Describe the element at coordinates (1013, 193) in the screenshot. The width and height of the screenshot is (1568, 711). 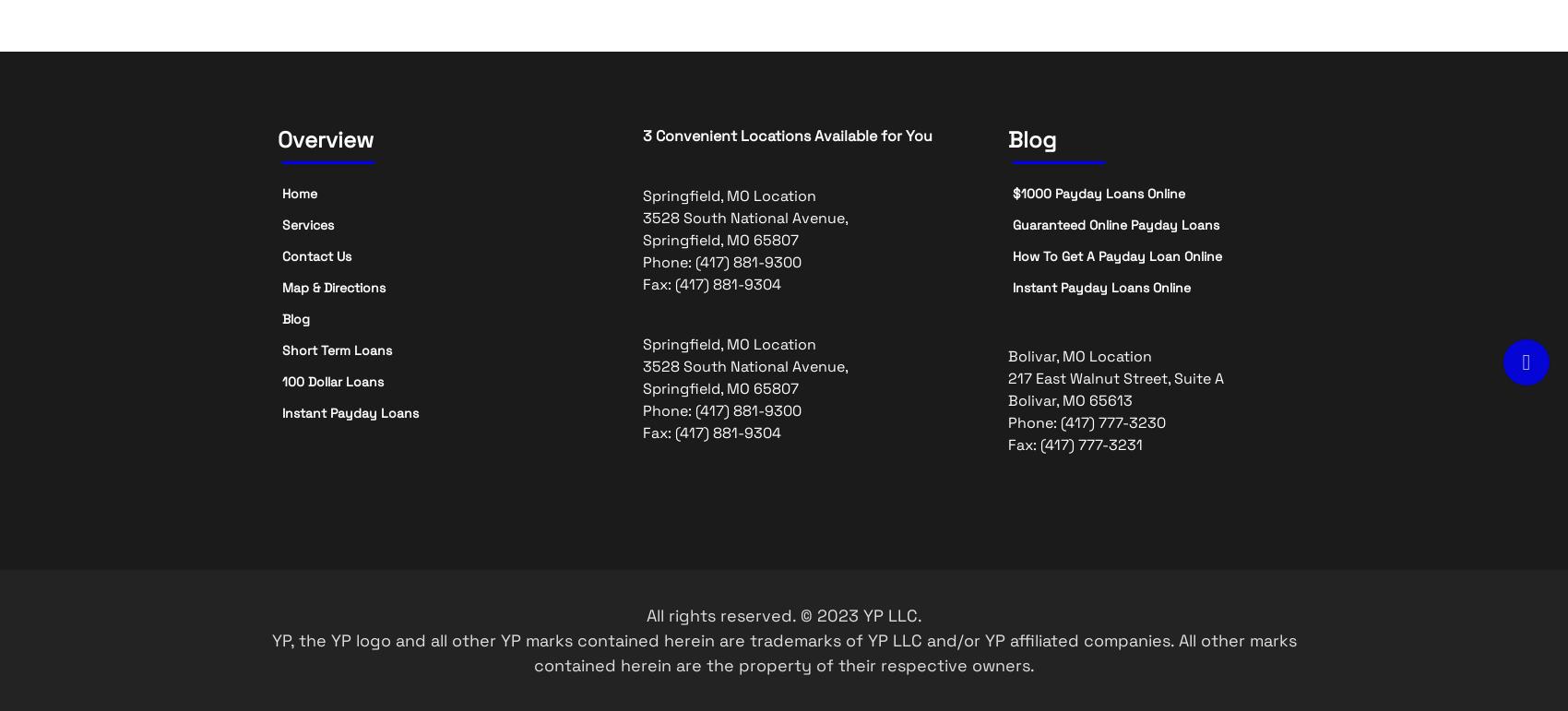
I see `'$1000 Payday Loans Online'` at that location.